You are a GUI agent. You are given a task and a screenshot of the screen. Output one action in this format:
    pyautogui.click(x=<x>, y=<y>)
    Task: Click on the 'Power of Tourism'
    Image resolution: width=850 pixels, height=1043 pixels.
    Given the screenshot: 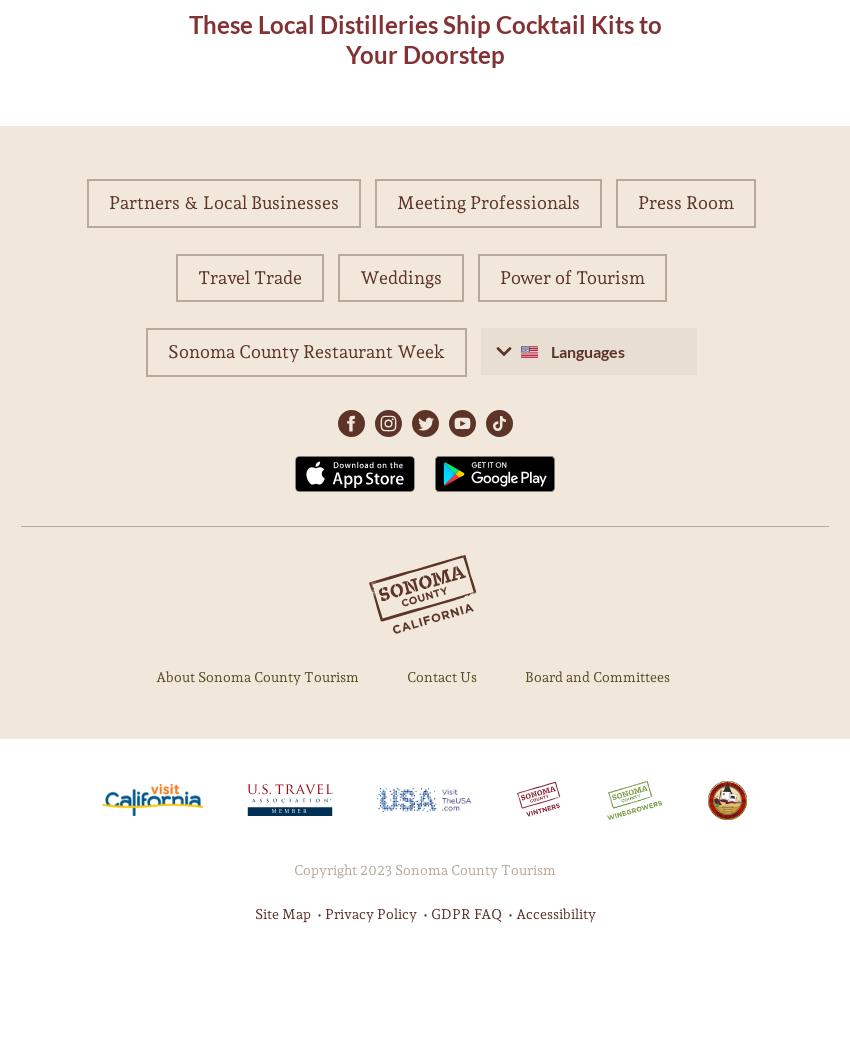 What is the action you would take?
    pyautogui.click(x=499, y=276)
    